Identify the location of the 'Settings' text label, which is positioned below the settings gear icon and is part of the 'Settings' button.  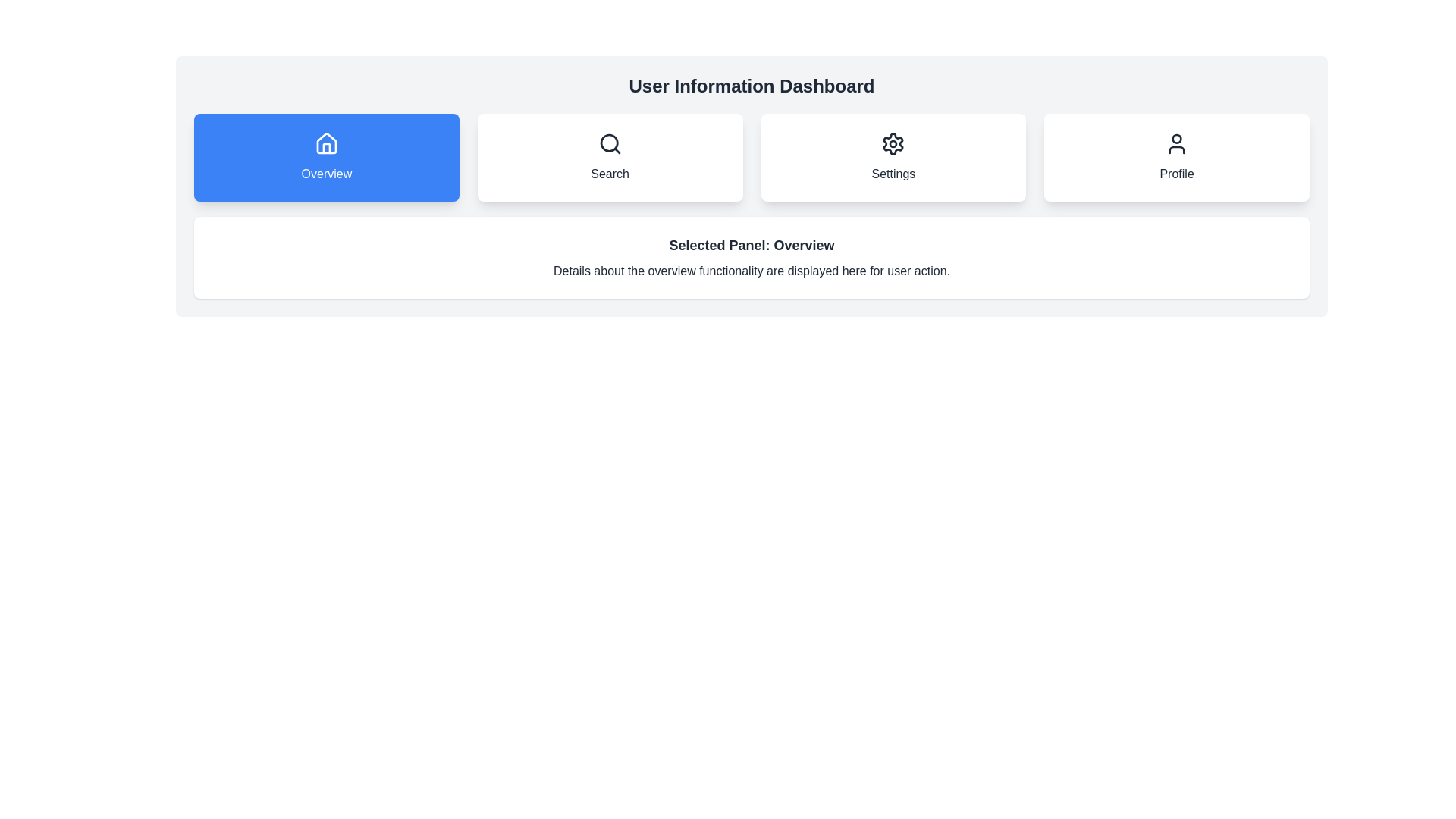
(893, 174).